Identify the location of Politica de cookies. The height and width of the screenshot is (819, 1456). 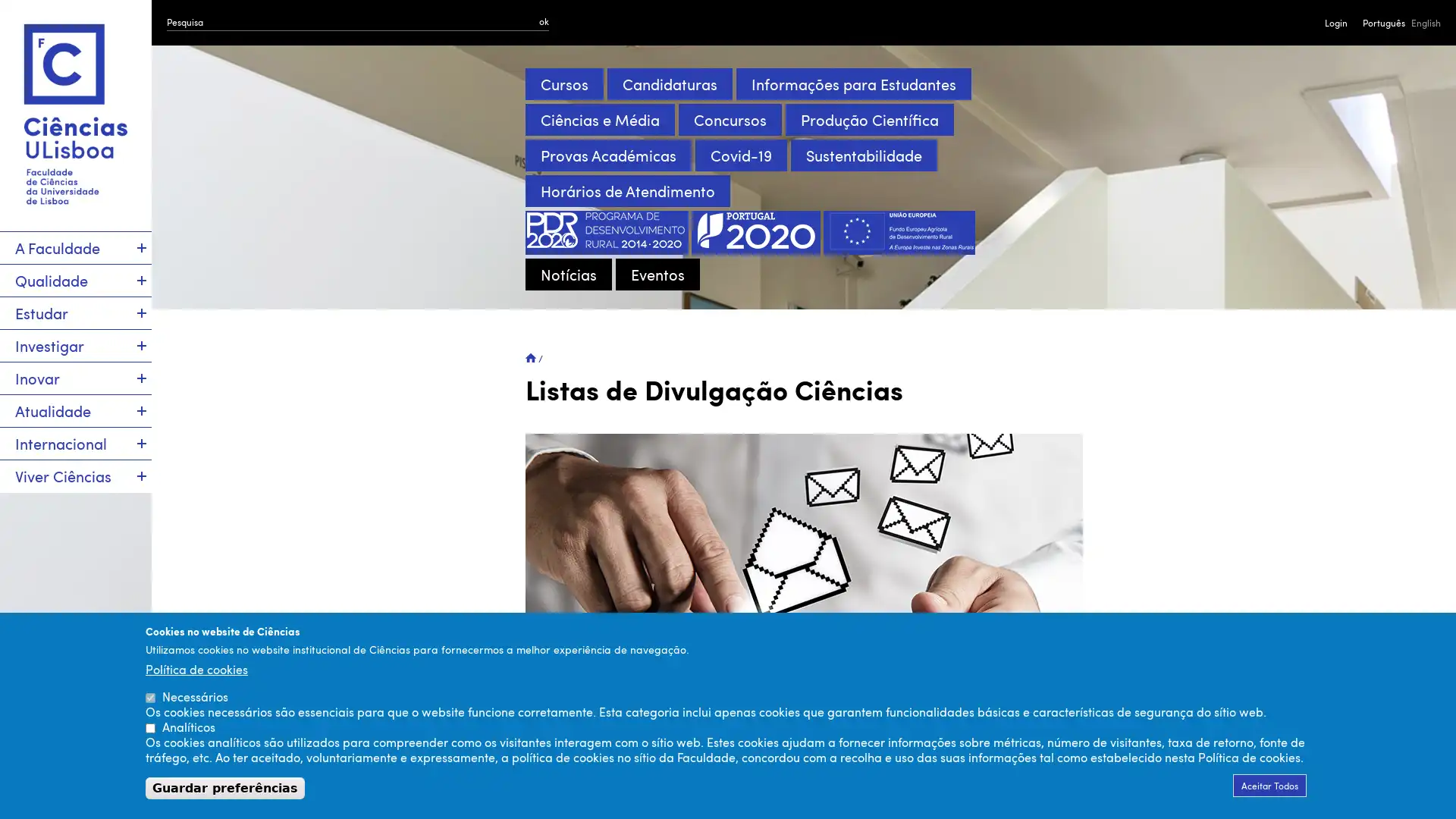
(196, 668).